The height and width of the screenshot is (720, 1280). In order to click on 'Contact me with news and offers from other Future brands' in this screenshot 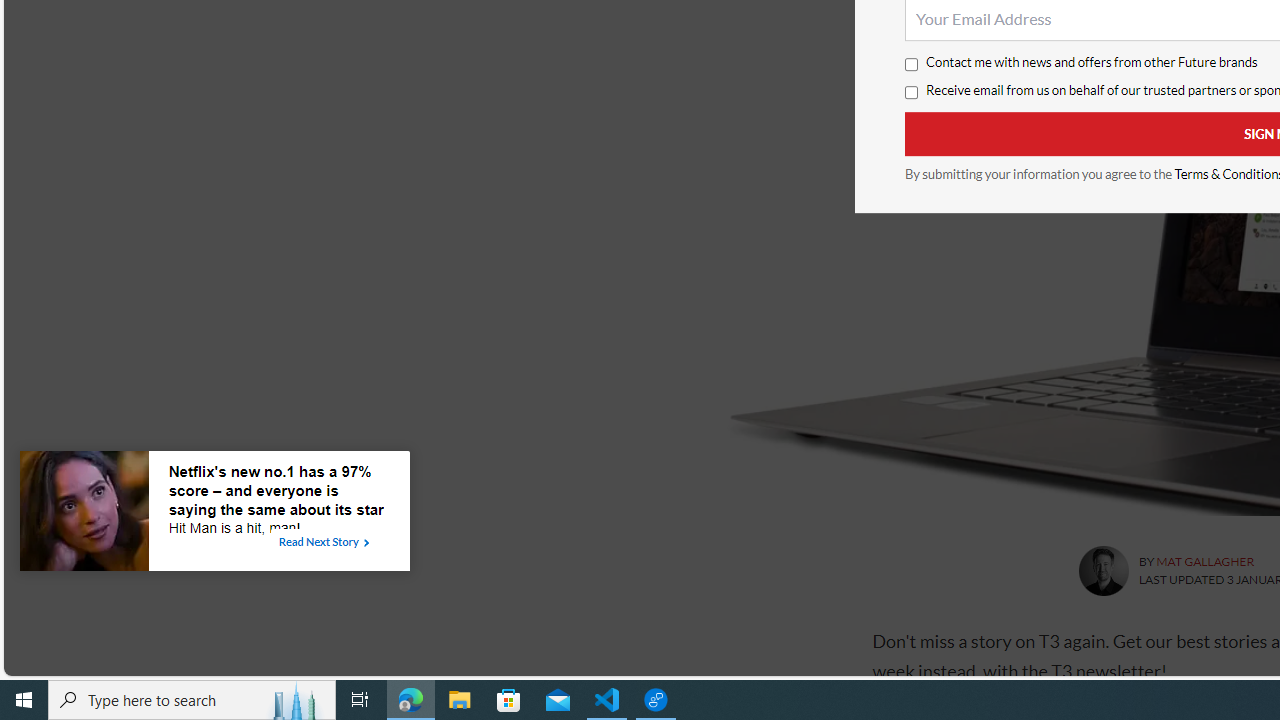, I will do `click(910, 64)`.